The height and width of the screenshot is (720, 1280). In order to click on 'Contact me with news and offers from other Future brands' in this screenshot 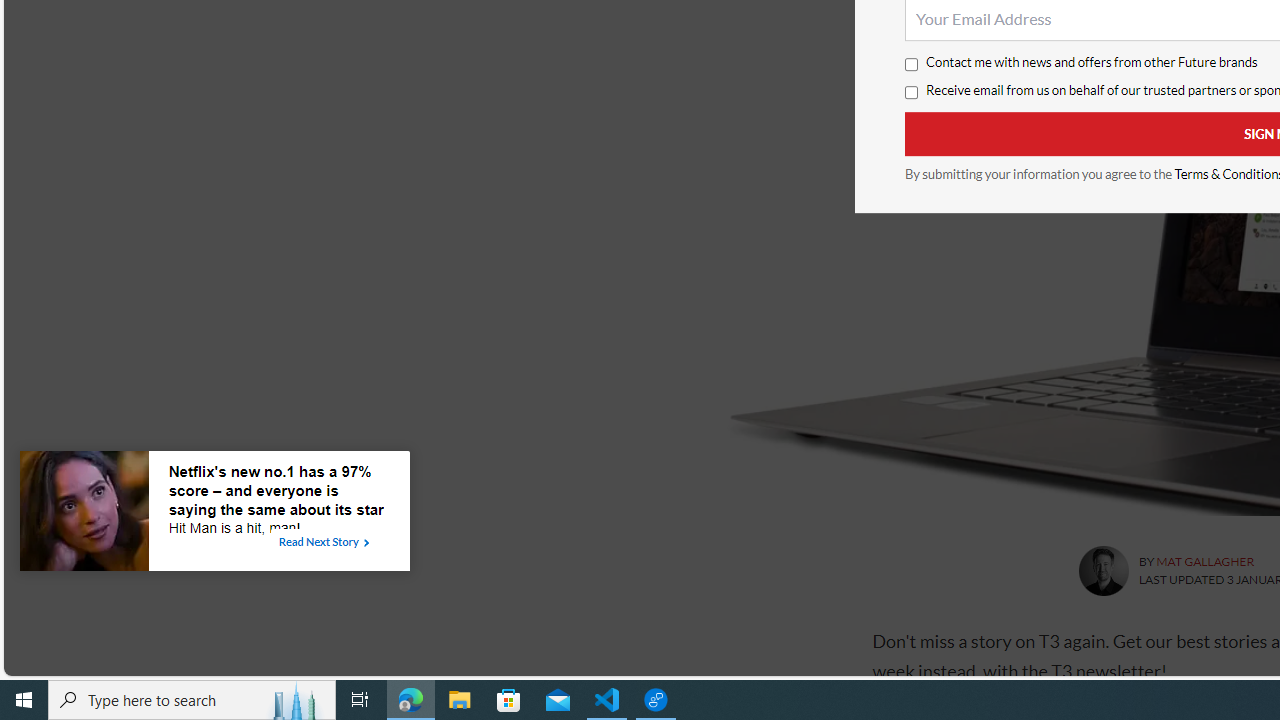, I will do `click(910, 64)`.